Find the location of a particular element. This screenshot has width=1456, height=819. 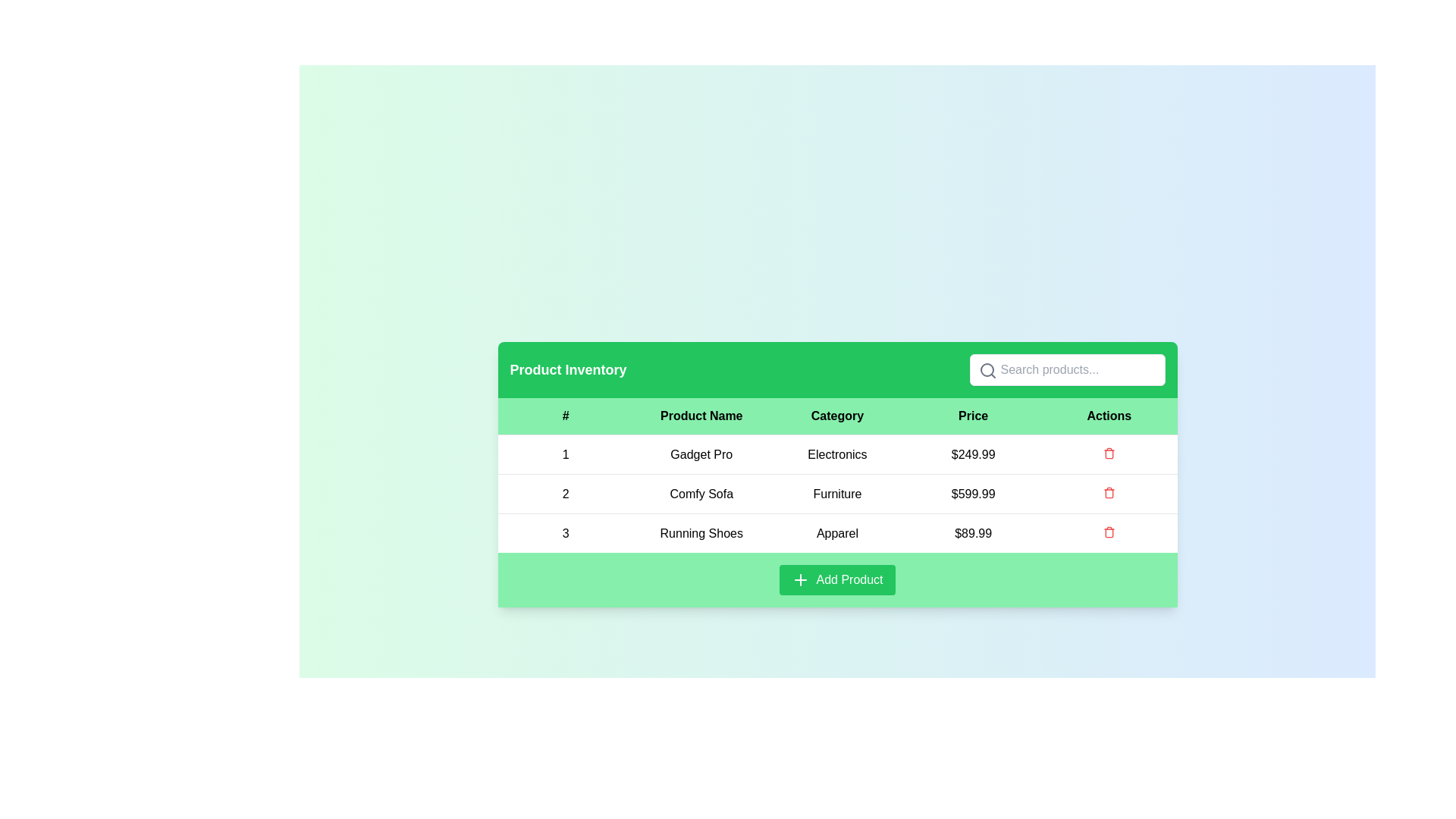

the icon button with a trash can design located in the 'Actions' column of the table for the 'Gadget Pro' item is located at coordinates (1109, 452).